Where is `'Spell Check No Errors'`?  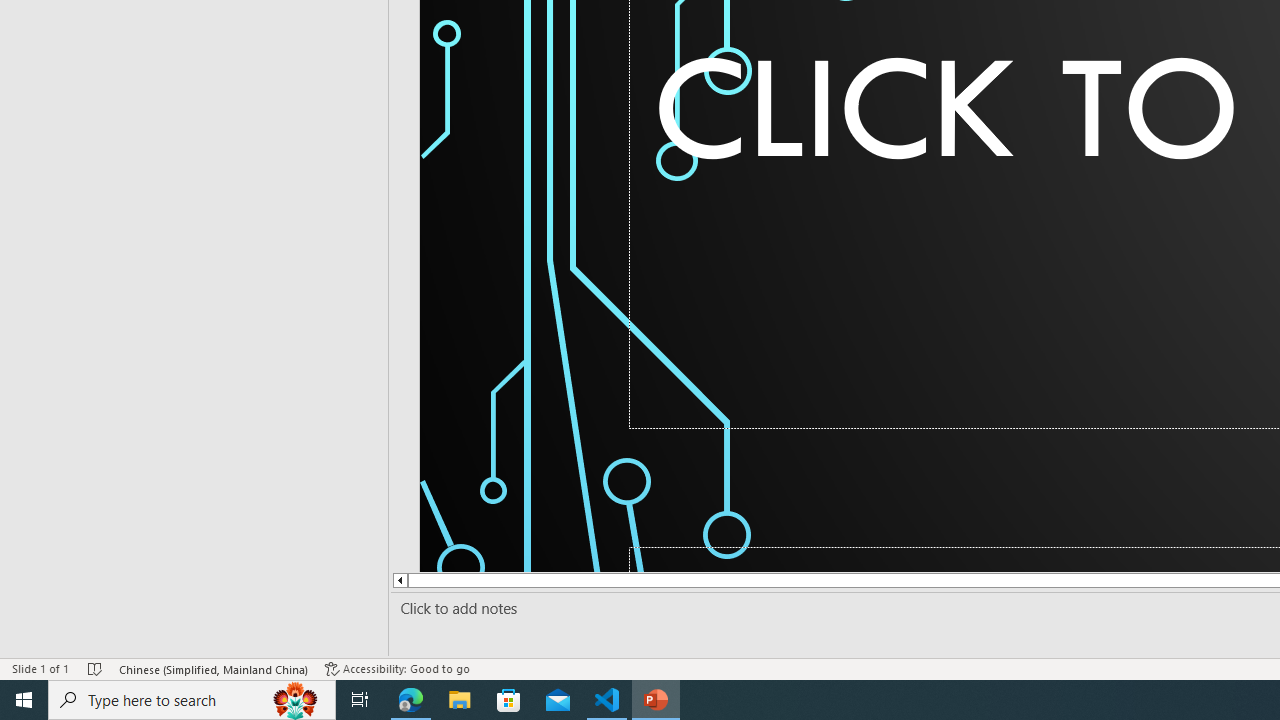 'Spell Check No Errors' is located at coordinates (95, 669).